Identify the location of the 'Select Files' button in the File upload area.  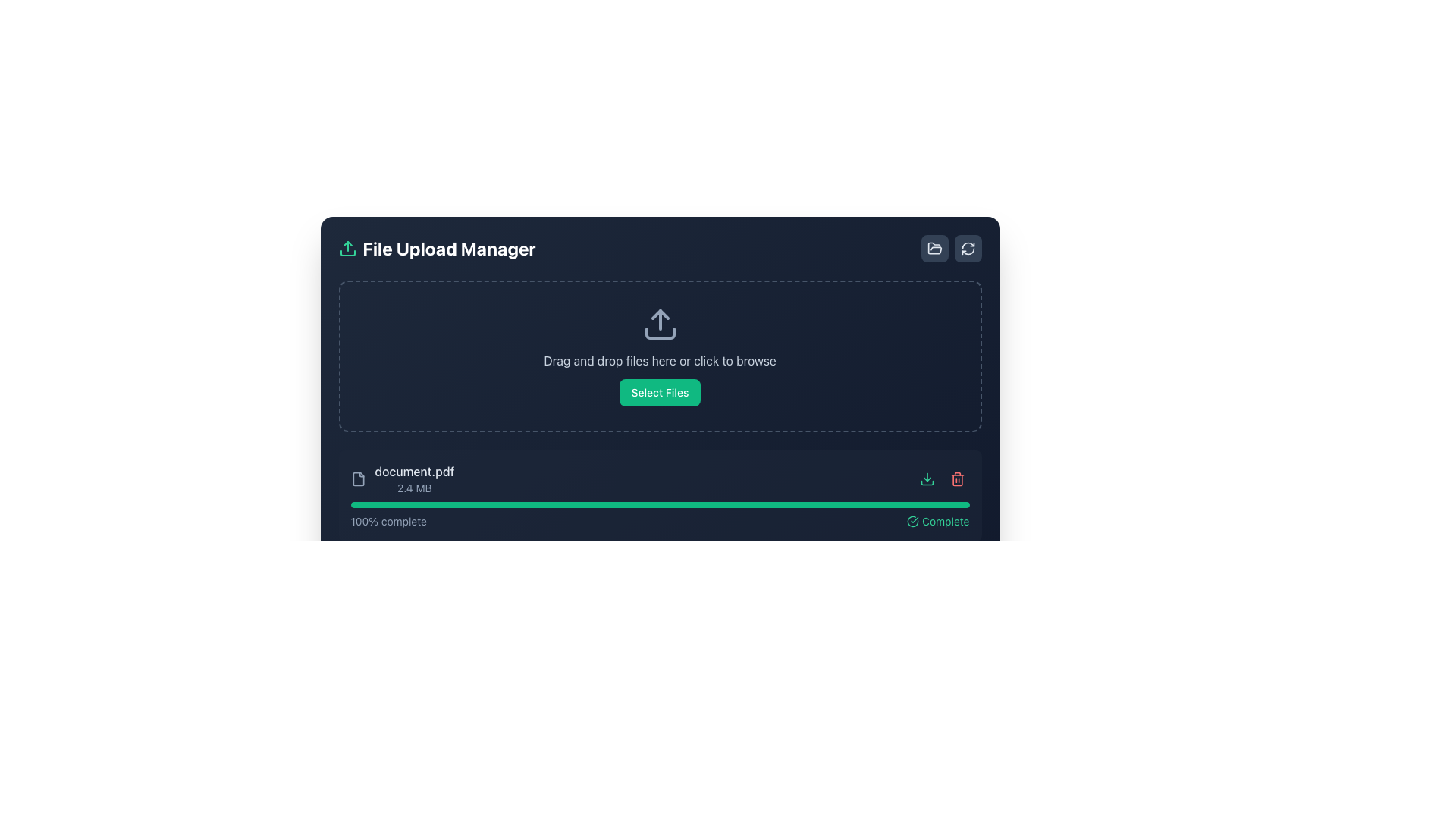
(660, 356).